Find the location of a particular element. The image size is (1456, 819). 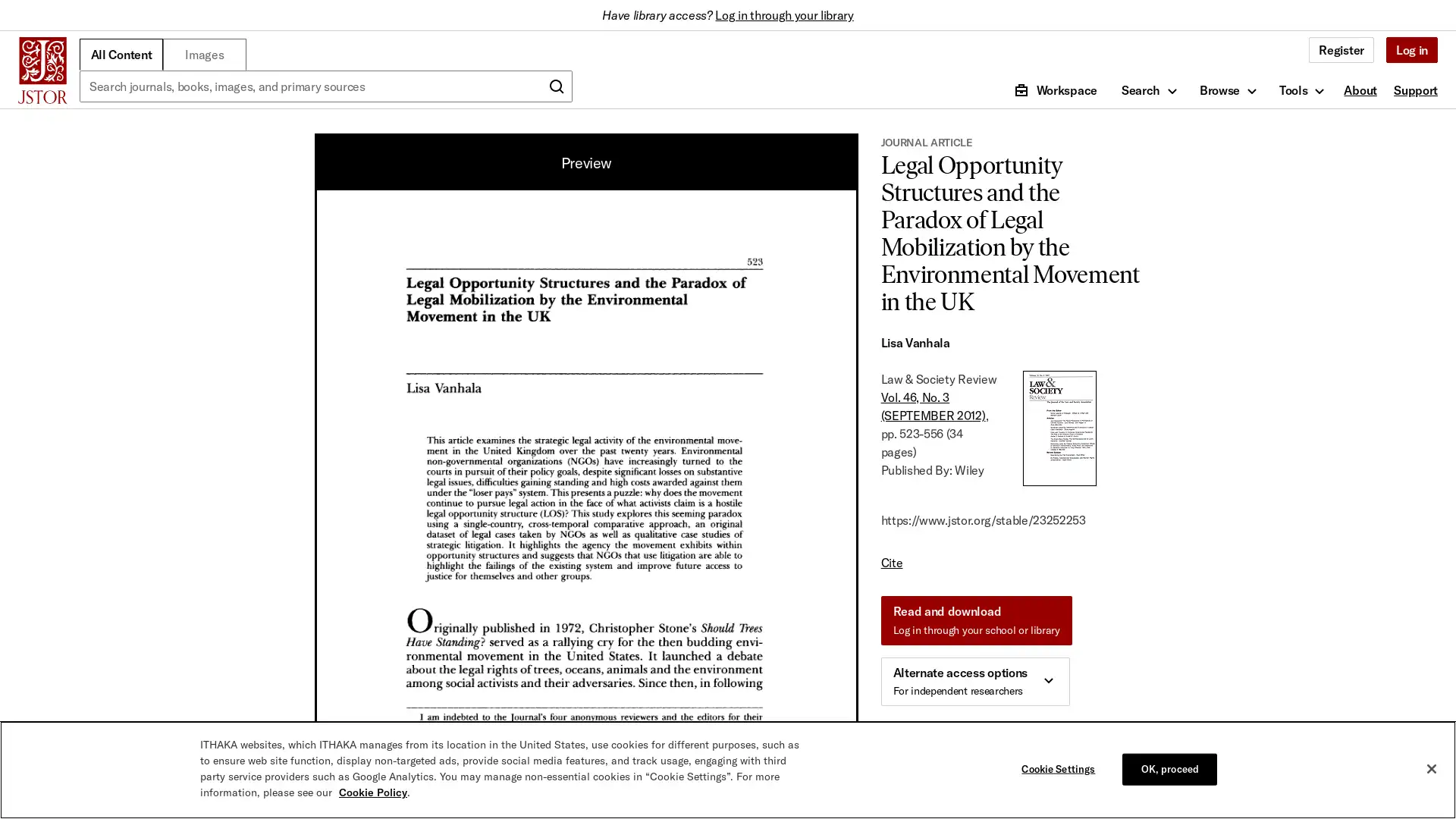

Register is located at coordinates (1341, 49).